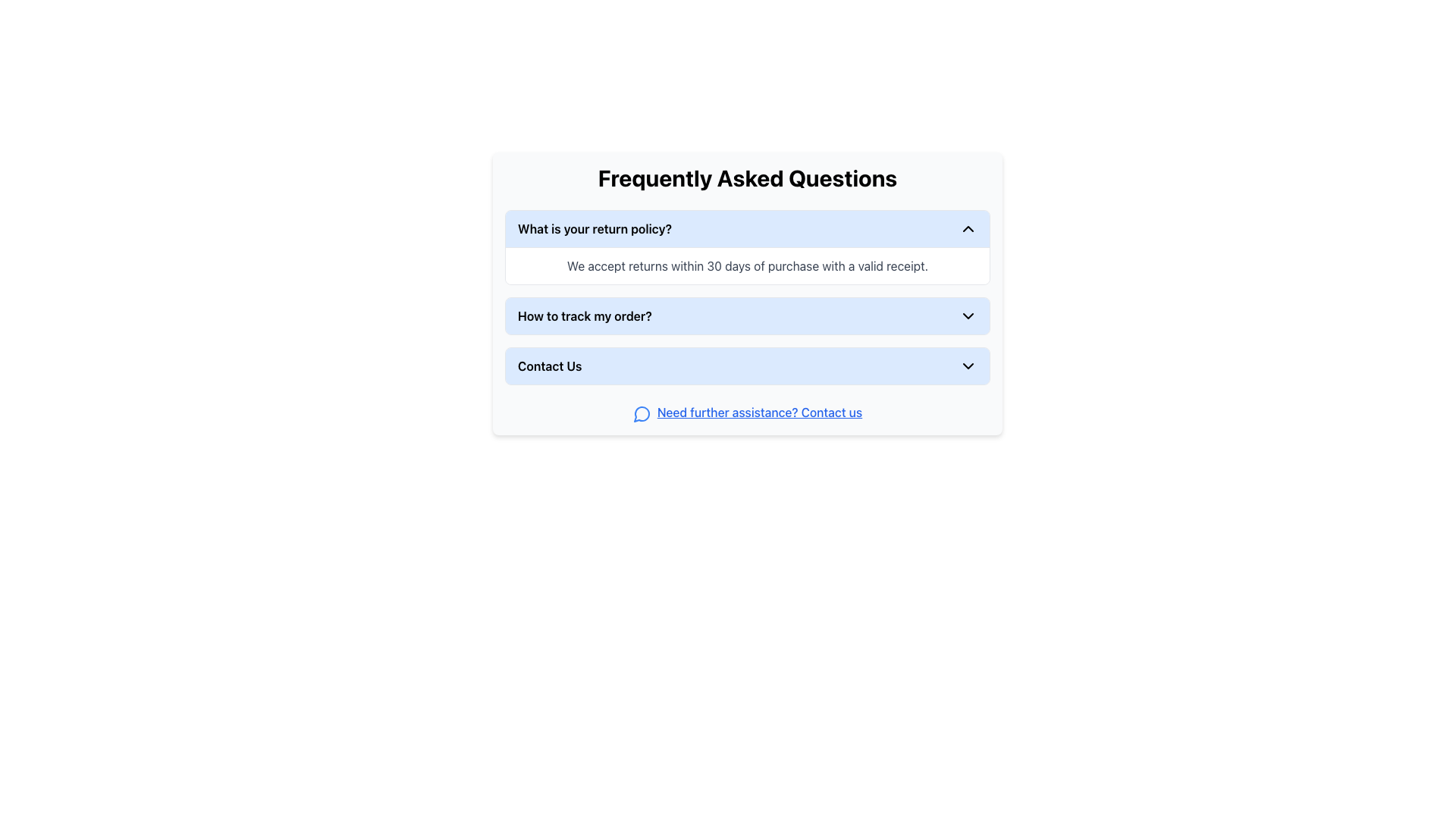 The height and width of the screenshot is (819, 1456). What do you see at coordinates (584, 315) in the screenshot?
I see `the heading text label for the second FAQ question` at bounding box center [584, 315].